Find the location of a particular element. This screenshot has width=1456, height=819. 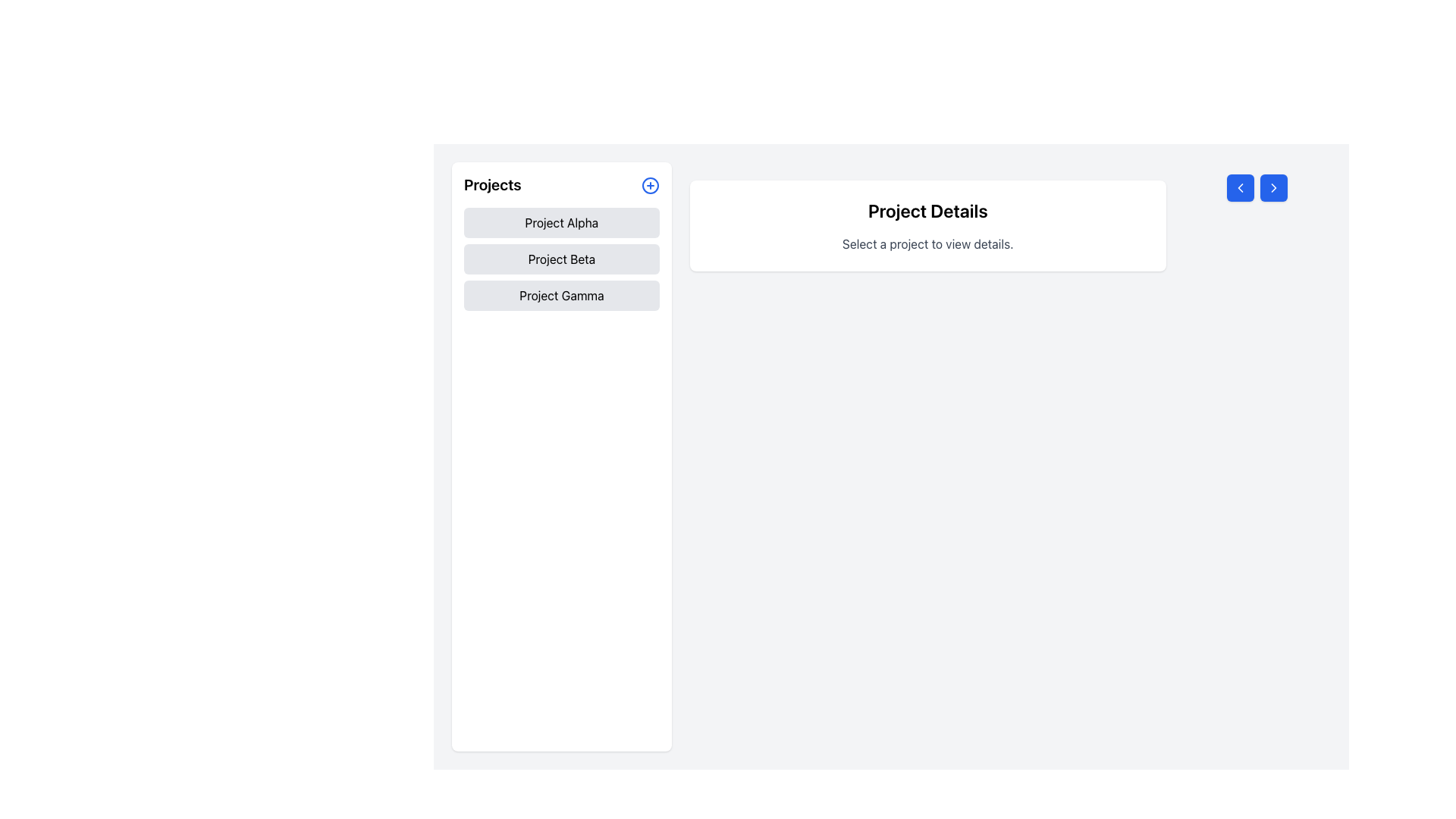

the button with a solid blue background and a white right-pointing chevron located at the top-right corner of the interface is located at coordinates (1274, 187).